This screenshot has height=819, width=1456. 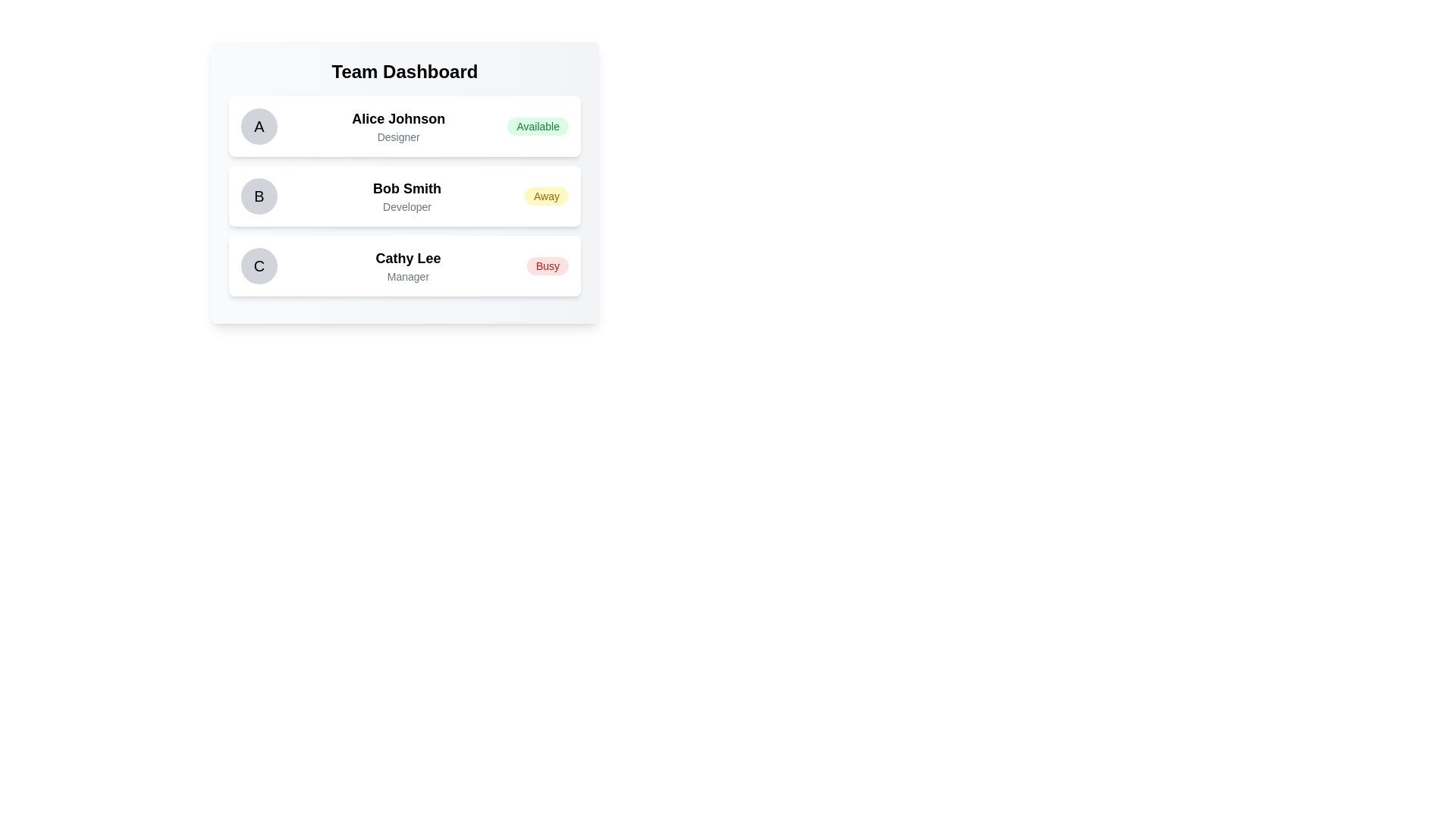 I want to click on the circular avatar placeholder representing the identifier 'A' for the associated row, which is positioned to the left of the text 'Alice Johnson Designer', so click(x=259, y=125).